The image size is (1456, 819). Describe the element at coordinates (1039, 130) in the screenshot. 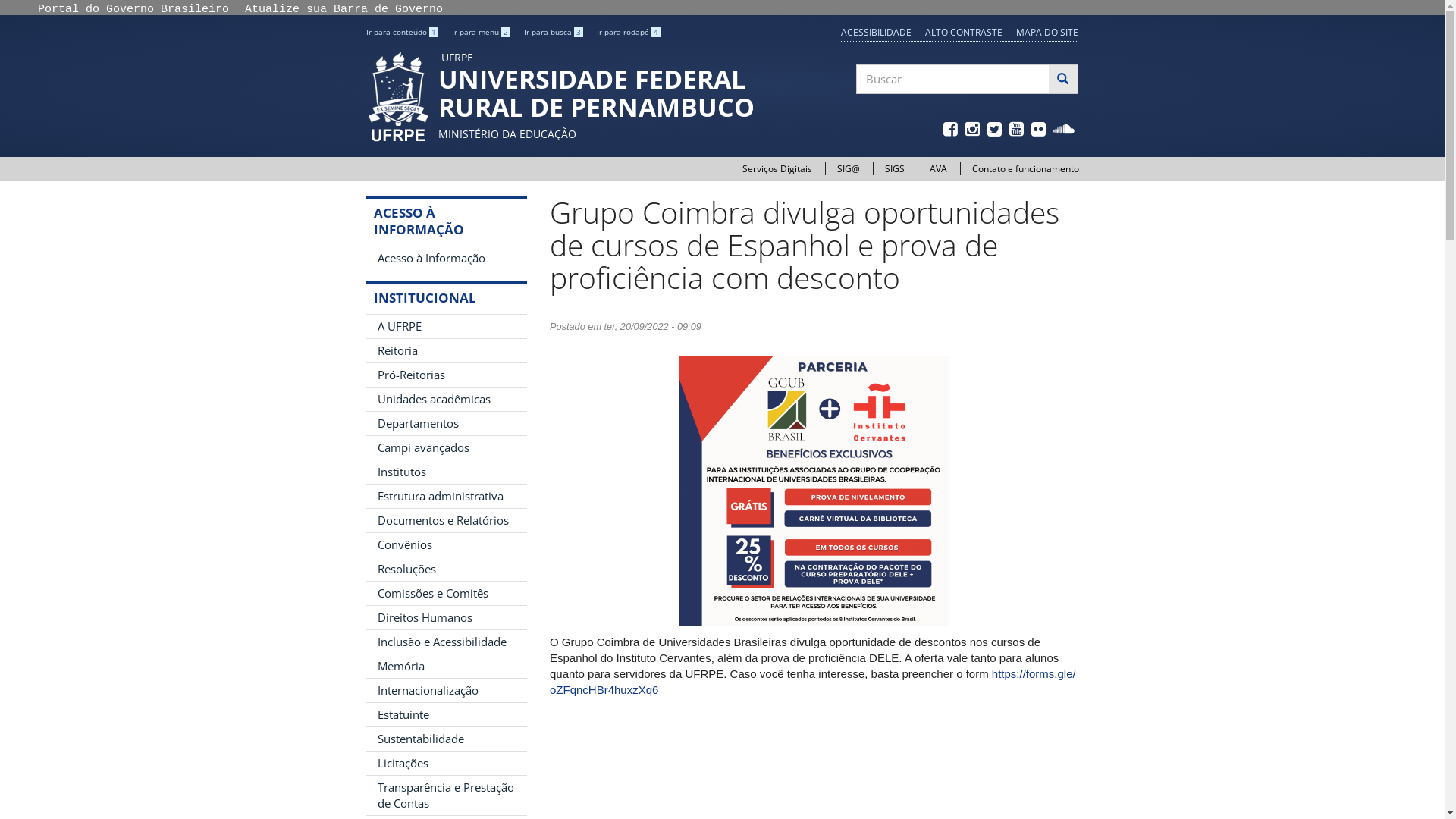

I see `' '` at that location.